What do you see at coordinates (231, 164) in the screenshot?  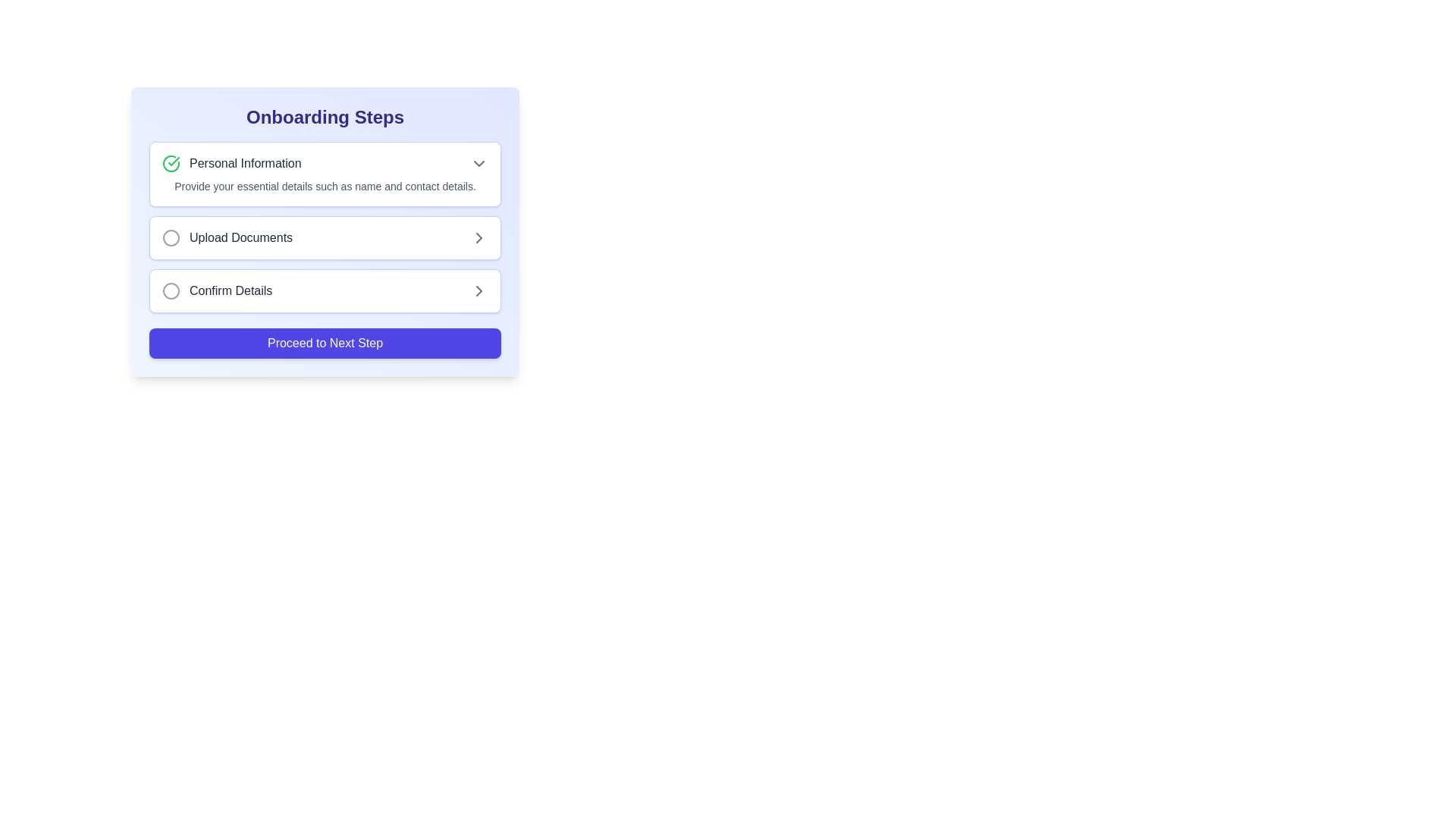 I see `the 'Personal Information' section header with a green checkmark icon` at bounding box center [231, 164].